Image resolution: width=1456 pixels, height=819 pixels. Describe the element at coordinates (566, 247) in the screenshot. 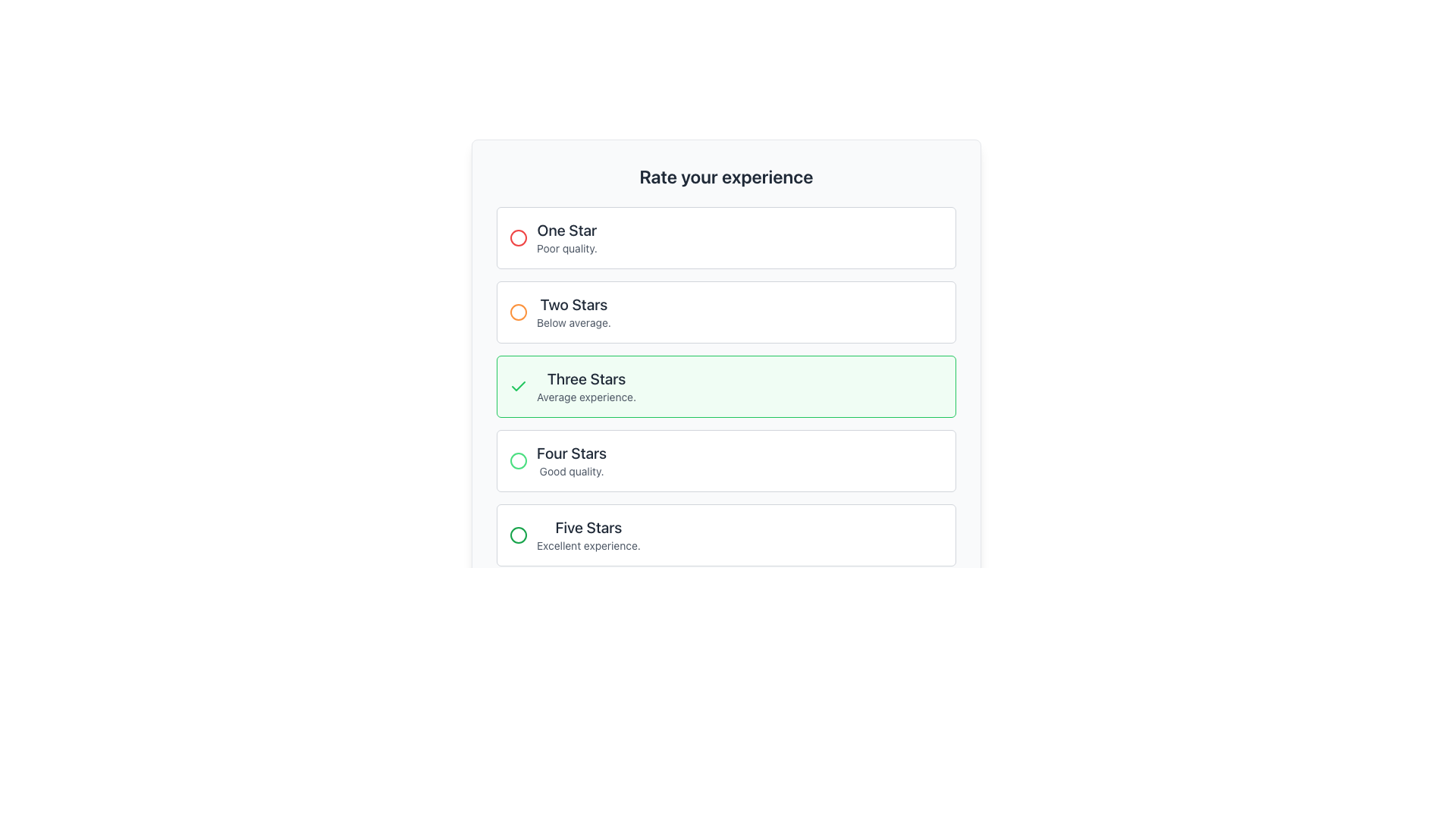

I see `the text label displaying 'Poor quality.' located beneath the 'One Star' review section` at that location.